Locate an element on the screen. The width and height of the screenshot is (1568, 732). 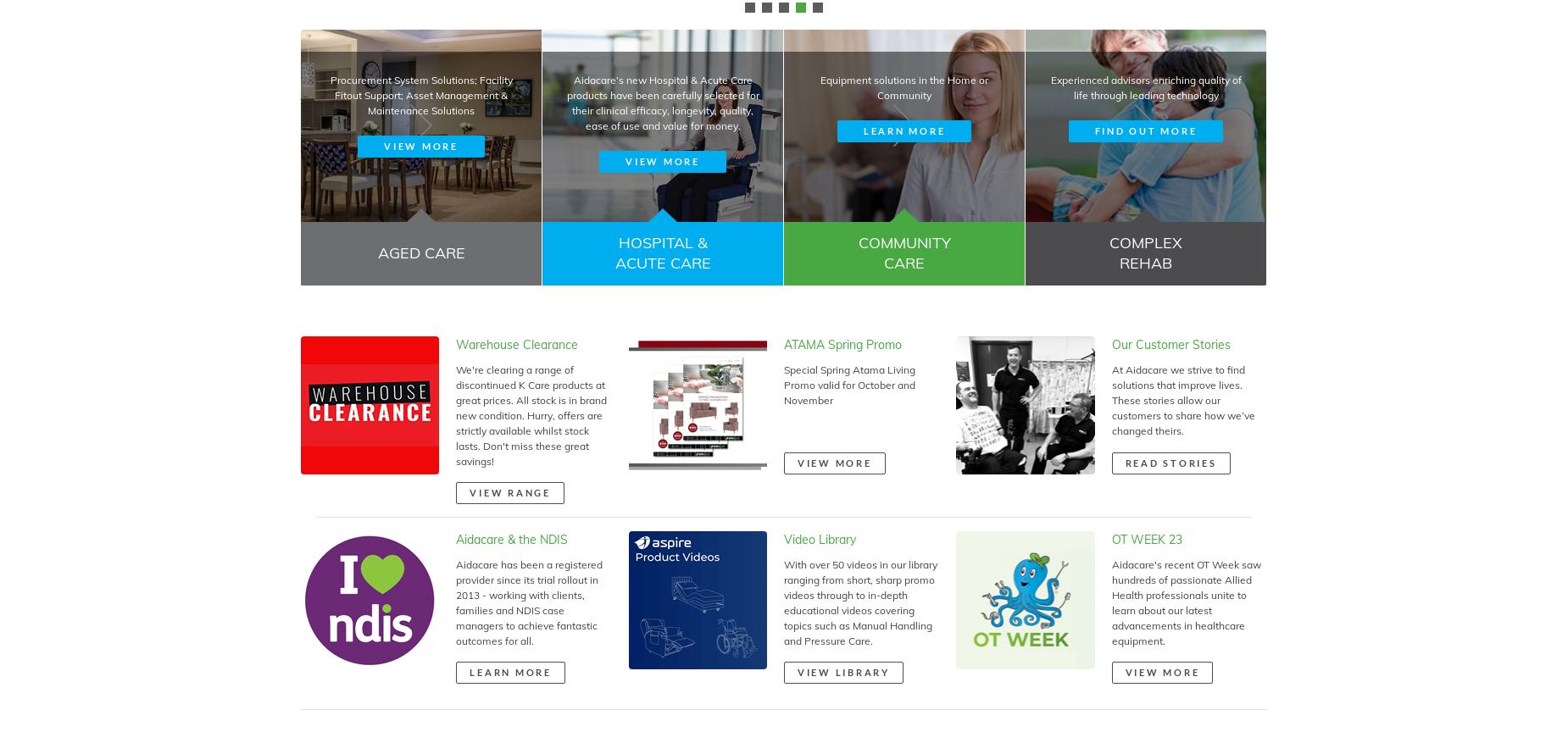
'ATAMA Spring Promo' is located at coordinates (841, 342).